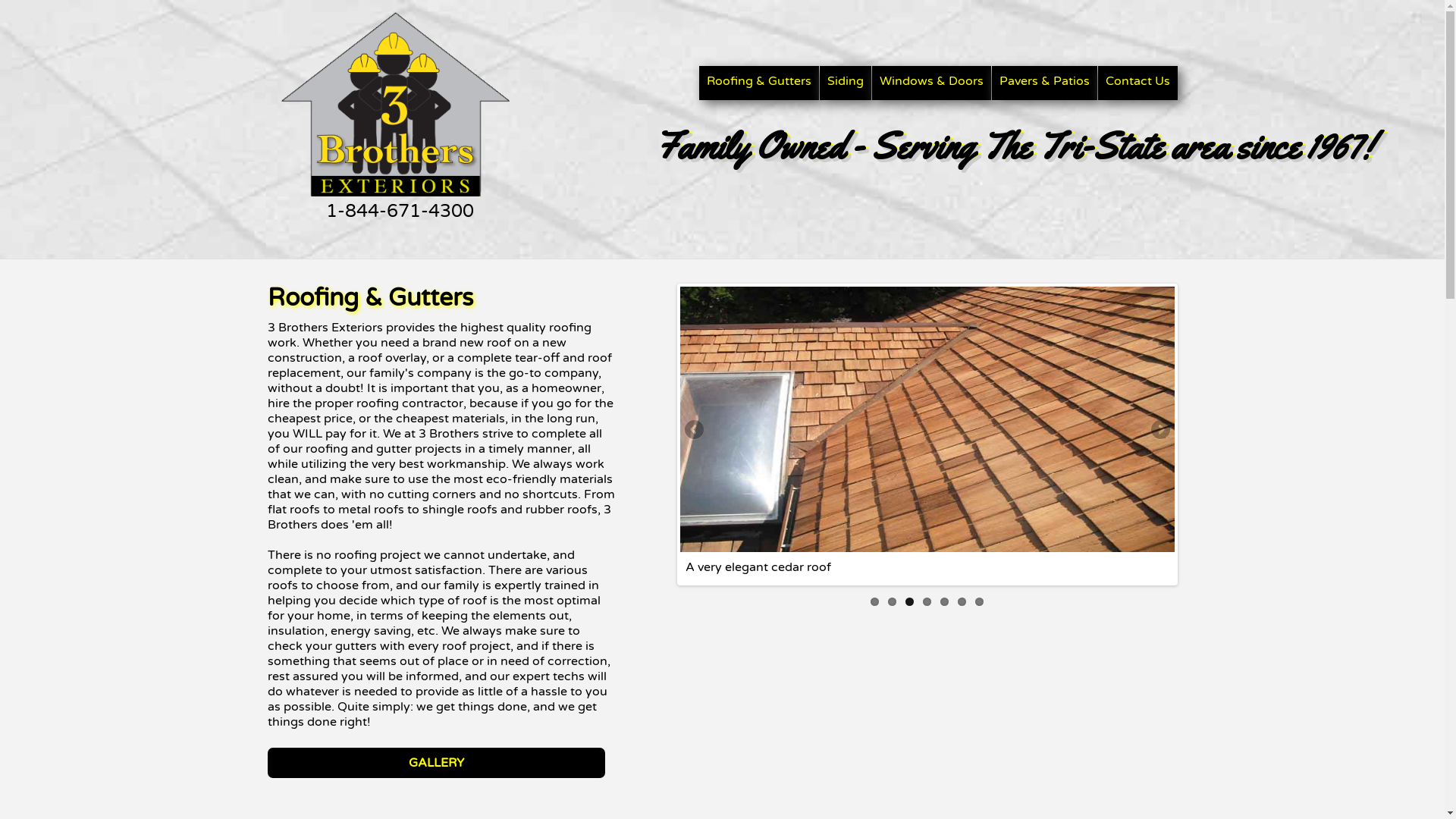 The height and width of the screenshot is (819, 1456). Describe the element at coordinates (930, 83) in the screenshot. I see `'Windows & Doors'` at that location.